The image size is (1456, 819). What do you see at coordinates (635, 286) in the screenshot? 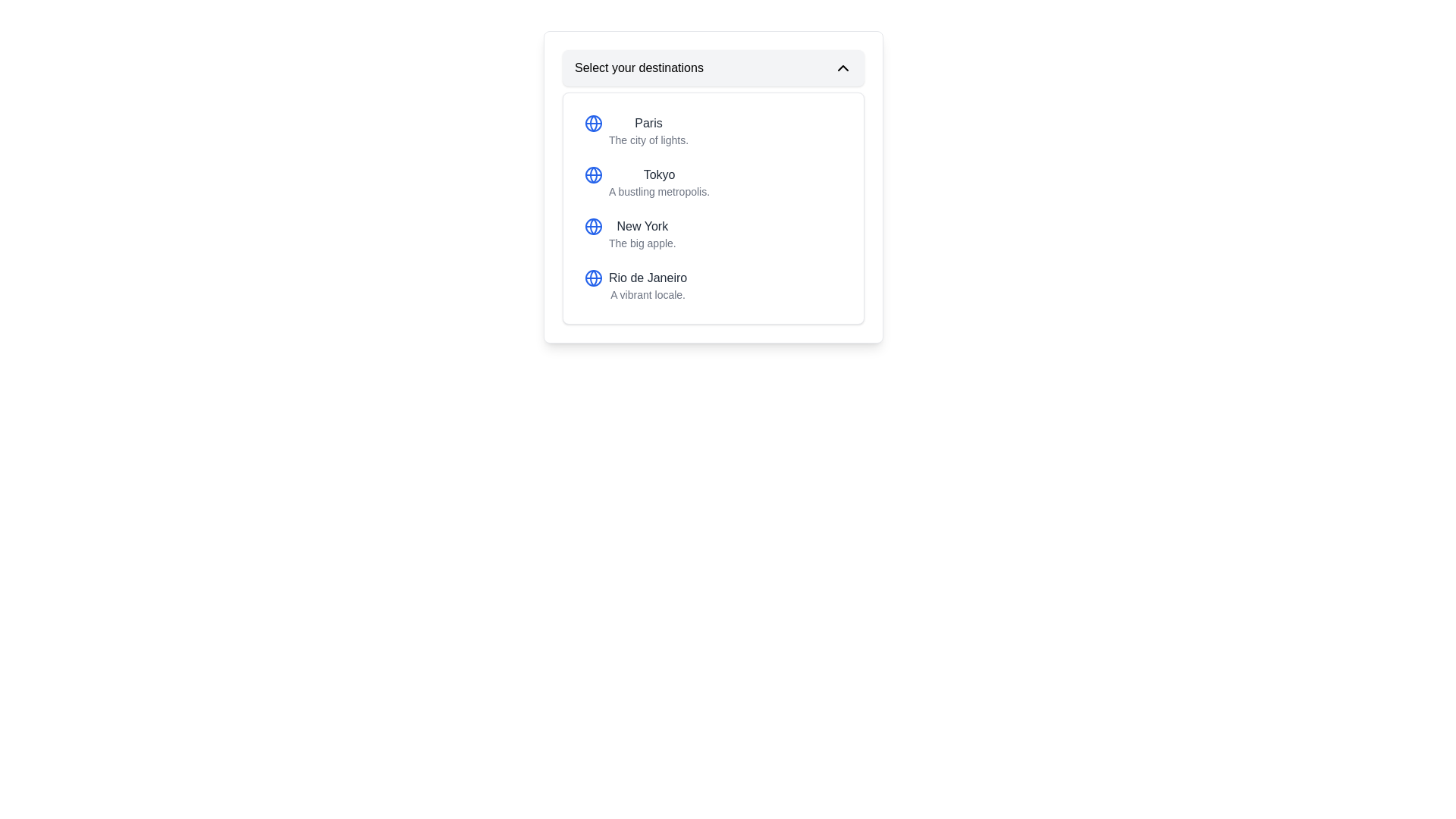
I see `keyboard navigation` at bounding box center [635, 286].